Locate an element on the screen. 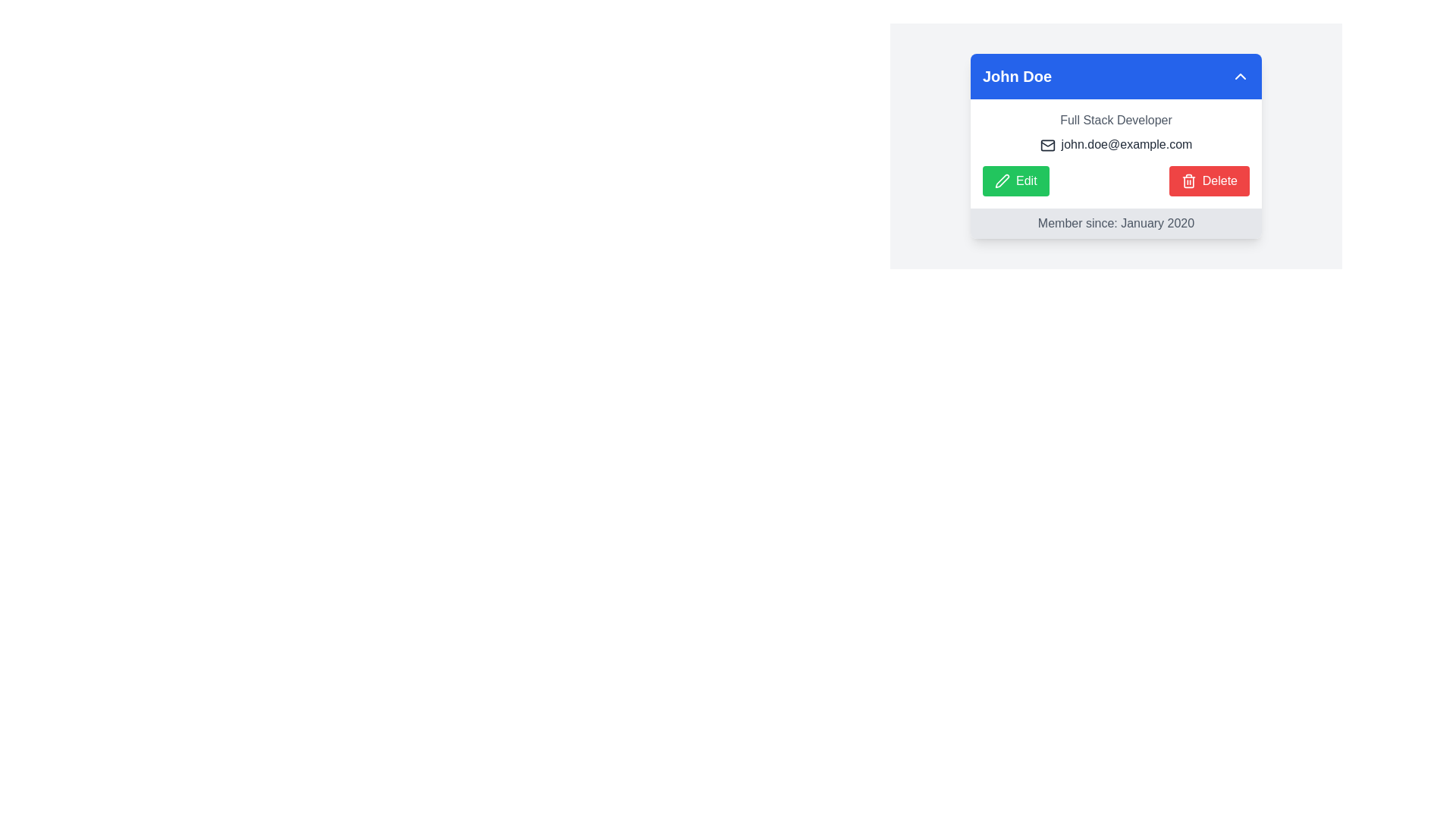 This screenshot has height=819, width=1456. the pen icon that is prominently positioned on the green 'Edit' button located on the left side of the two buttons below the profile information in the card layout is located at coordinates (1002, 180).